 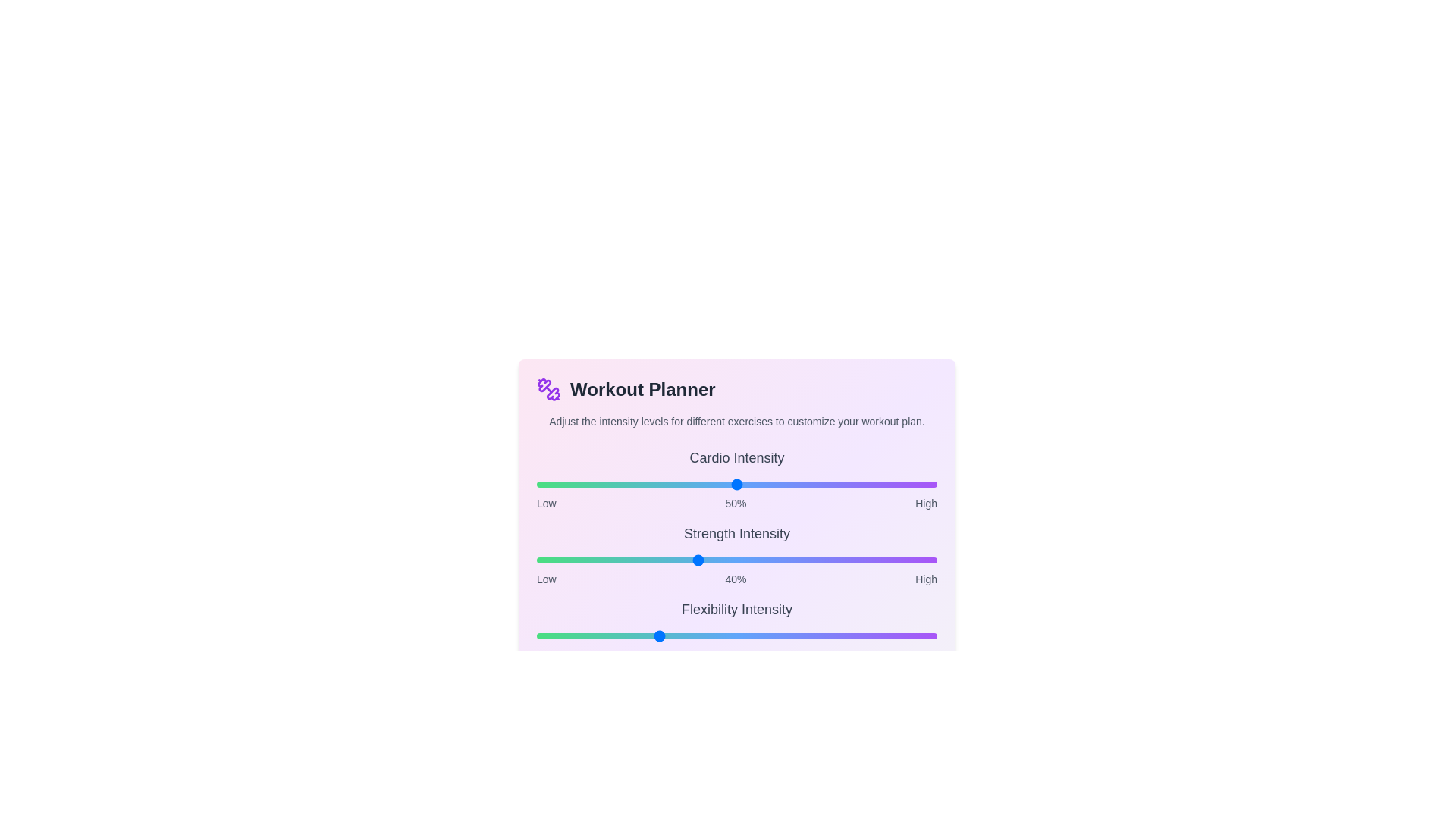 I want to click on the intensity of the 1 slider to 96%, so click(x=920, y=560).